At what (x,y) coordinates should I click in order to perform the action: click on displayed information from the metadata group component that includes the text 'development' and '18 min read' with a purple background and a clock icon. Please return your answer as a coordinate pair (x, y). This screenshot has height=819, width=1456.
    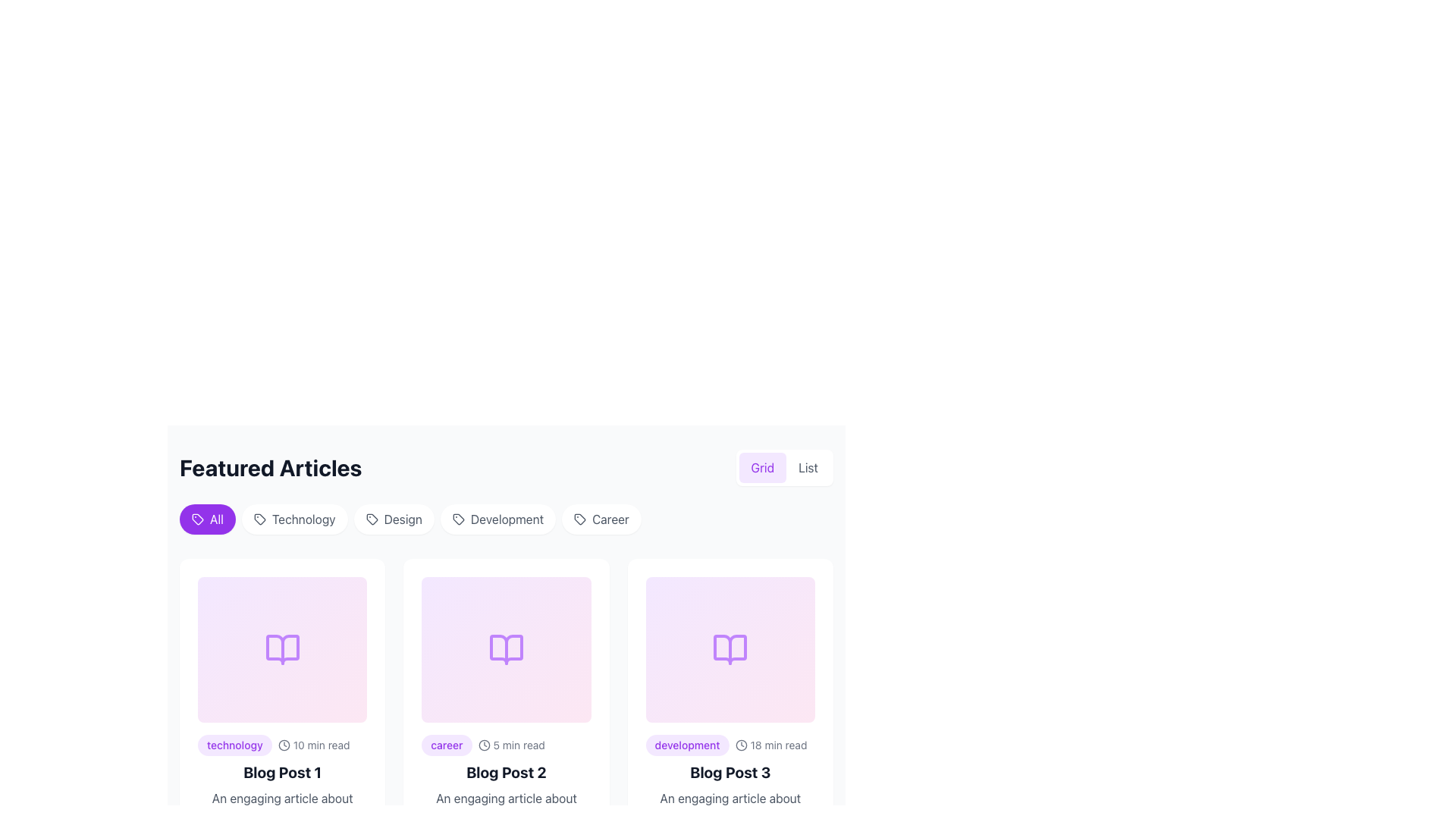
    Looking at the image, I should click on (730, 745).